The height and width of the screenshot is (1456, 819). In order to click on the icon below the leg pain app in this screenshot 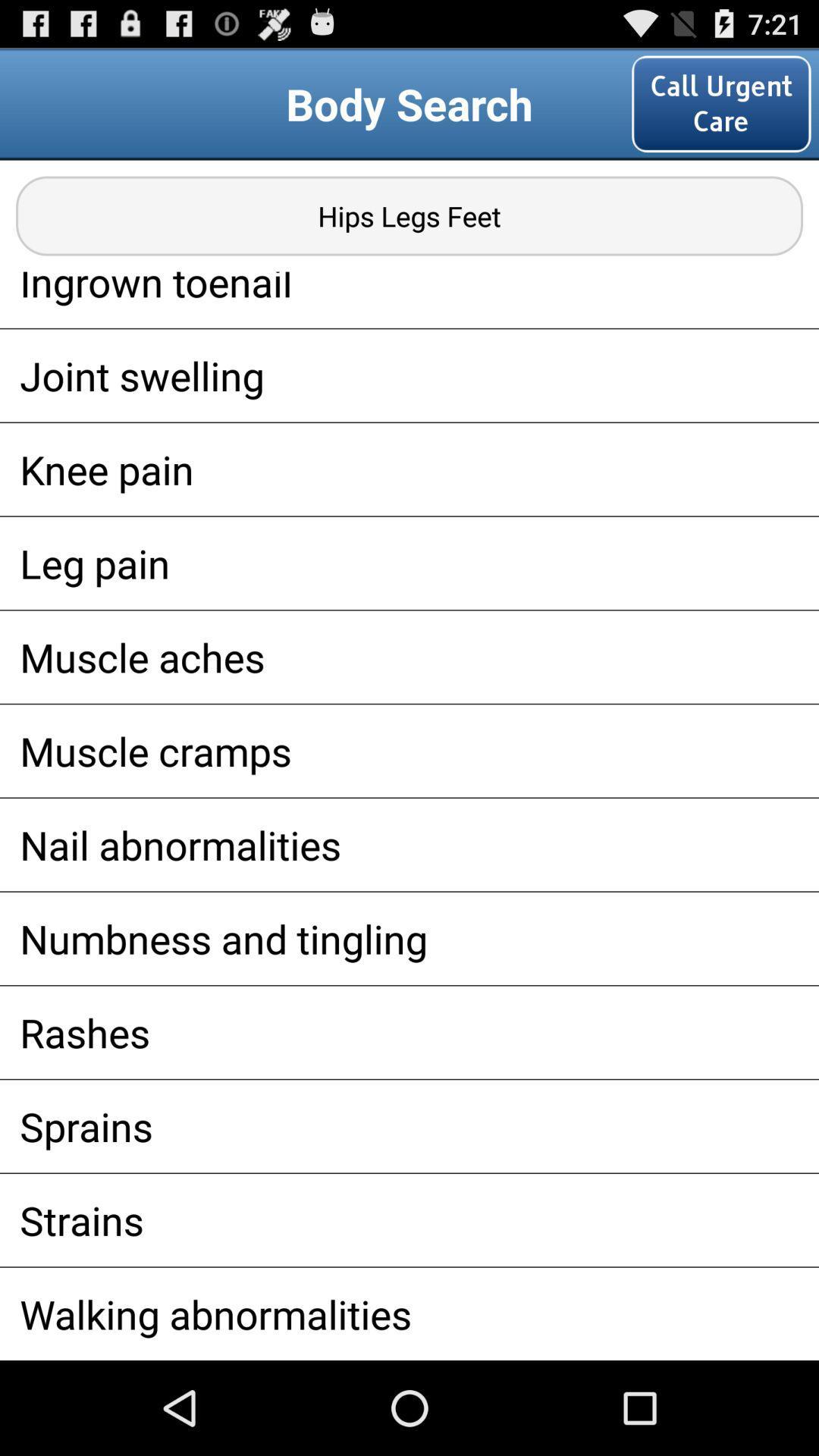, I will do `click(409, 657)`.